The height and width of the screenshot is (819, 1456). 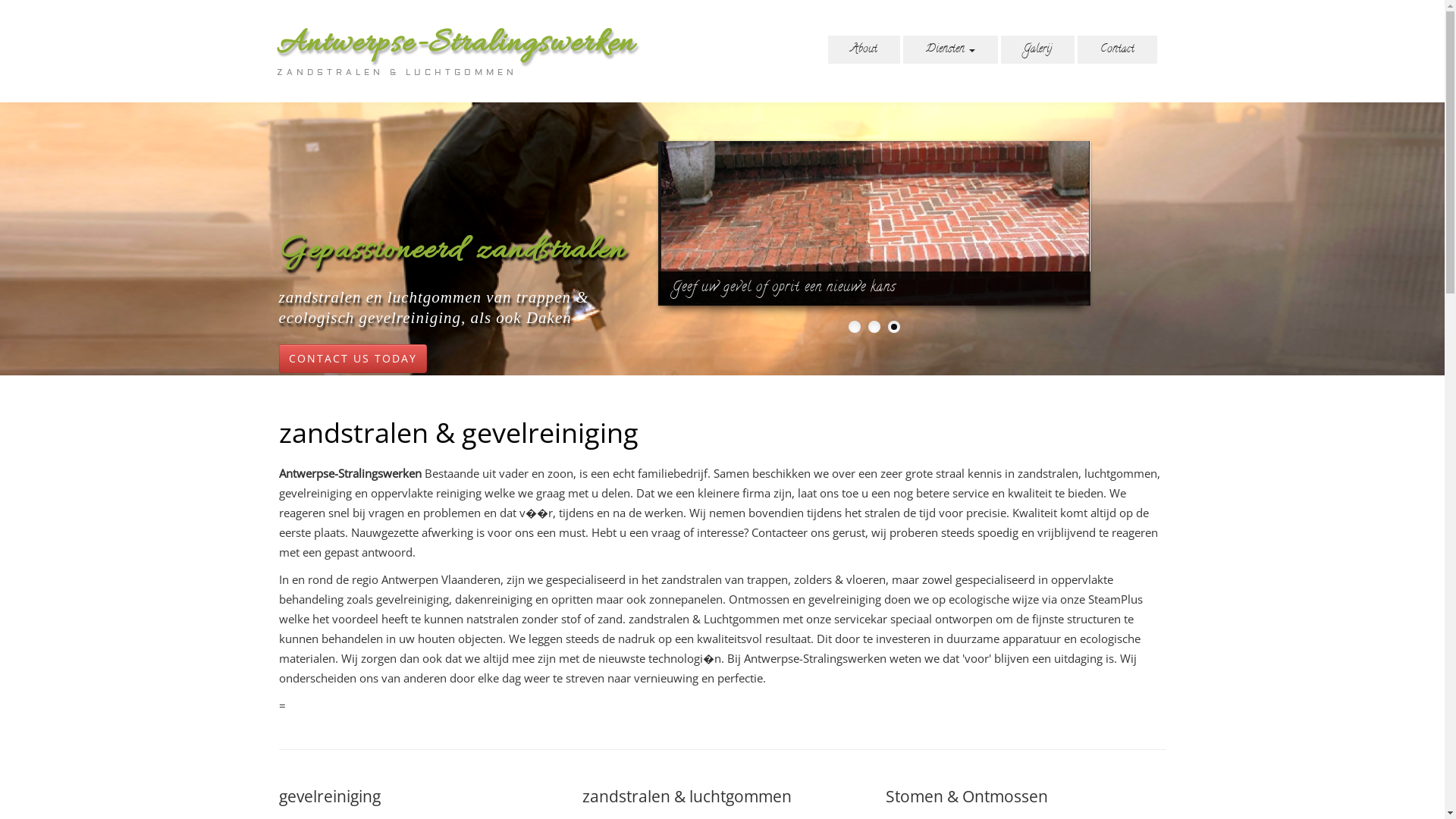 I want to click on 'Contact', so click(x=1116, y=49).